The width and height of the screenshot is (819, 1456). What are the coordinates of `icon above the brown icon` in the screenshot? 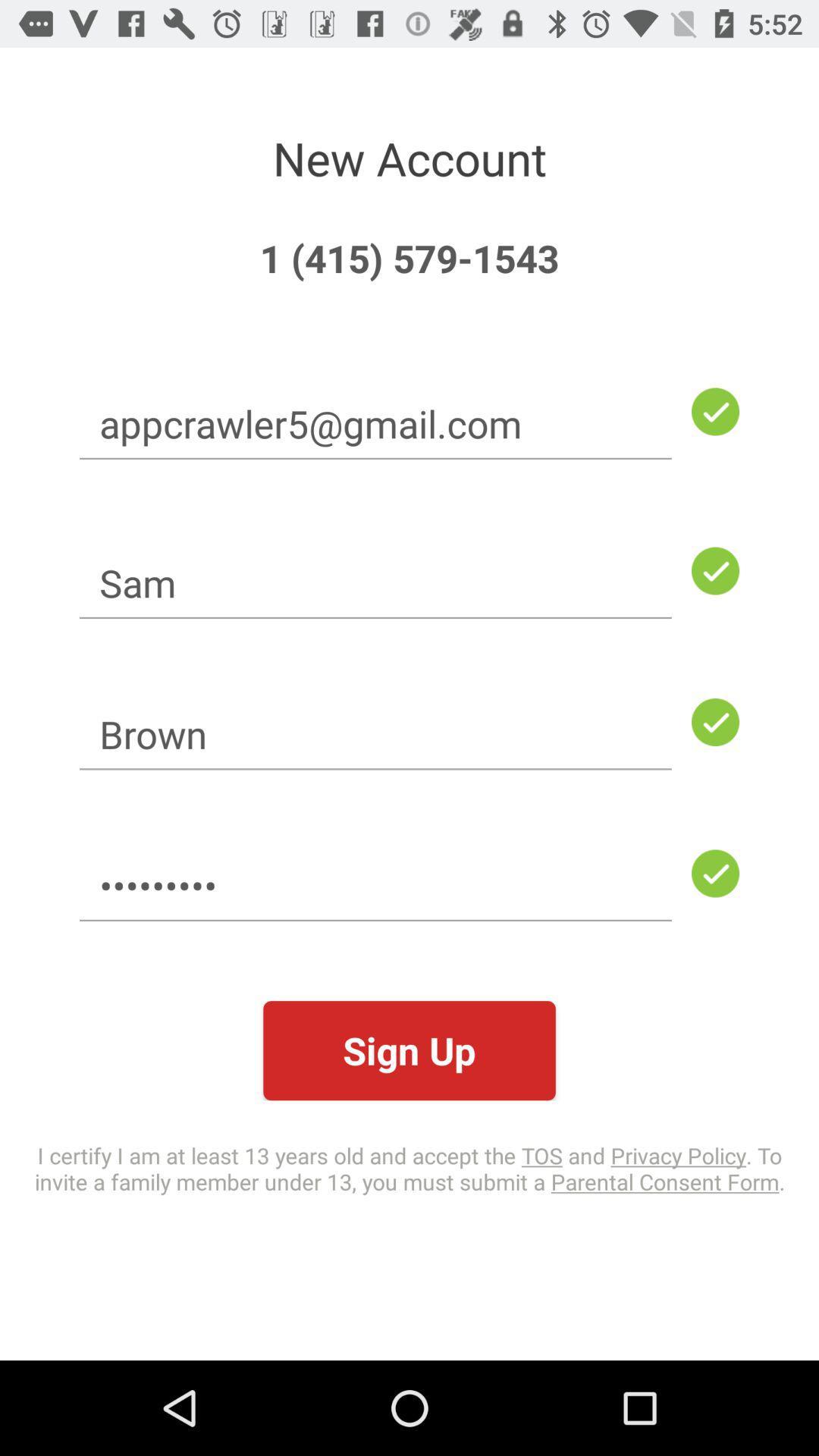 It's located at (375, 582).